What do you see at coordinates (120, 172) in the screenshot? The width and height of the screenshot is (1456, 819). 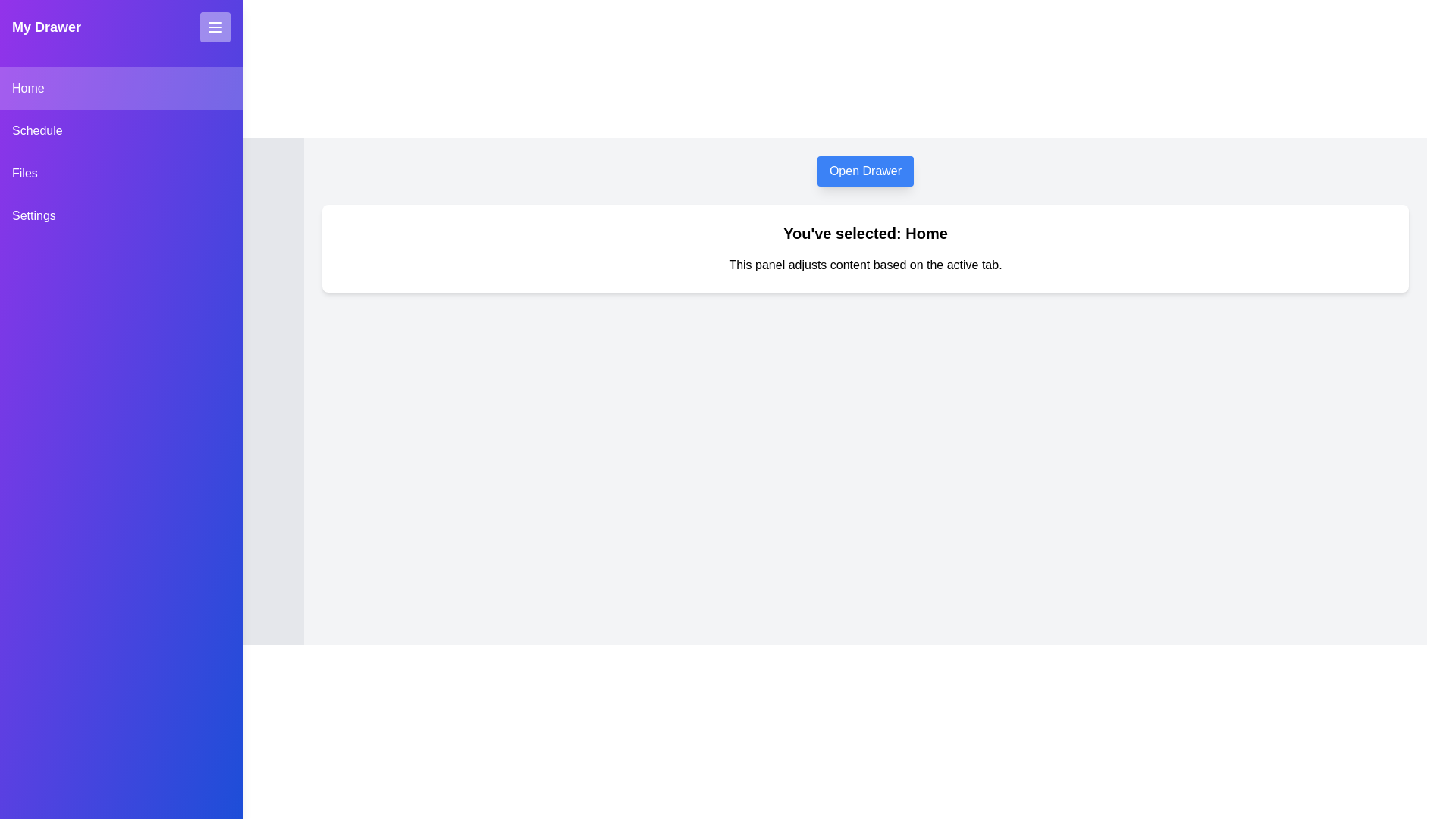 I see `the Files tab from the drawer menu` at bounding box center [120, 172].